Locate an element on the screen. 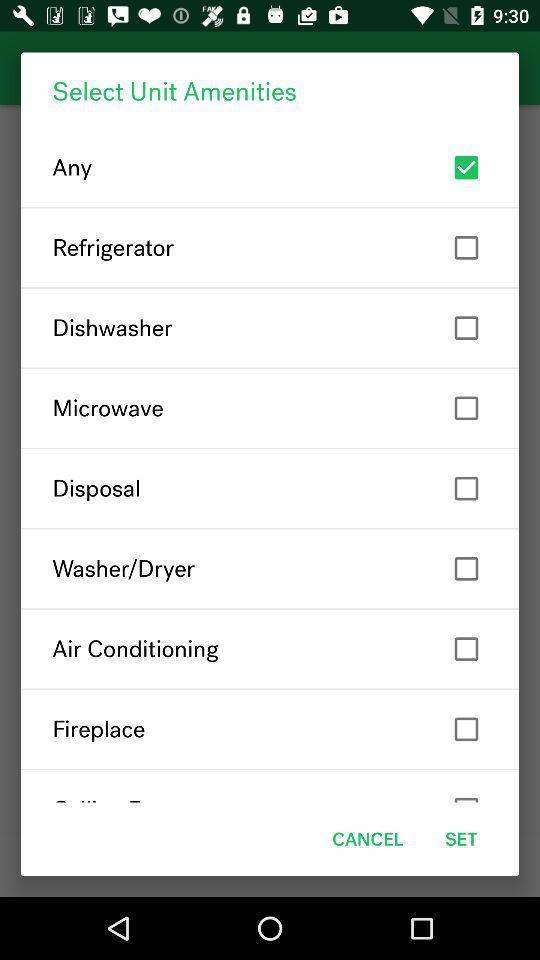 The height and width of the screenshot is (960, 540). item below refrigerator is located at coordinates (270, 328).